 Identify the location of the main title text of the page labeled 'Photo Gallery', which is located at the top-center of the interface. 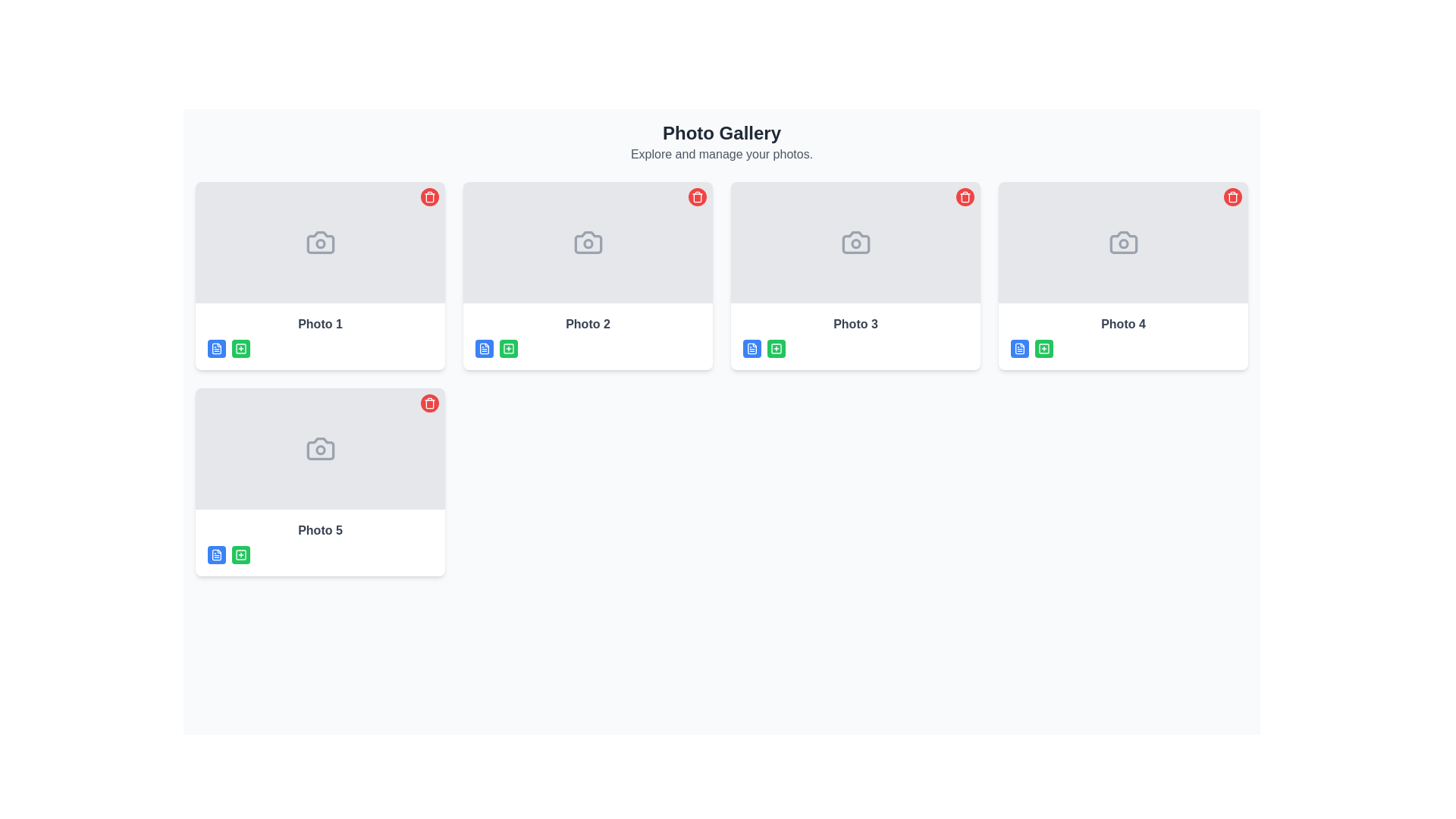
(720, 133).